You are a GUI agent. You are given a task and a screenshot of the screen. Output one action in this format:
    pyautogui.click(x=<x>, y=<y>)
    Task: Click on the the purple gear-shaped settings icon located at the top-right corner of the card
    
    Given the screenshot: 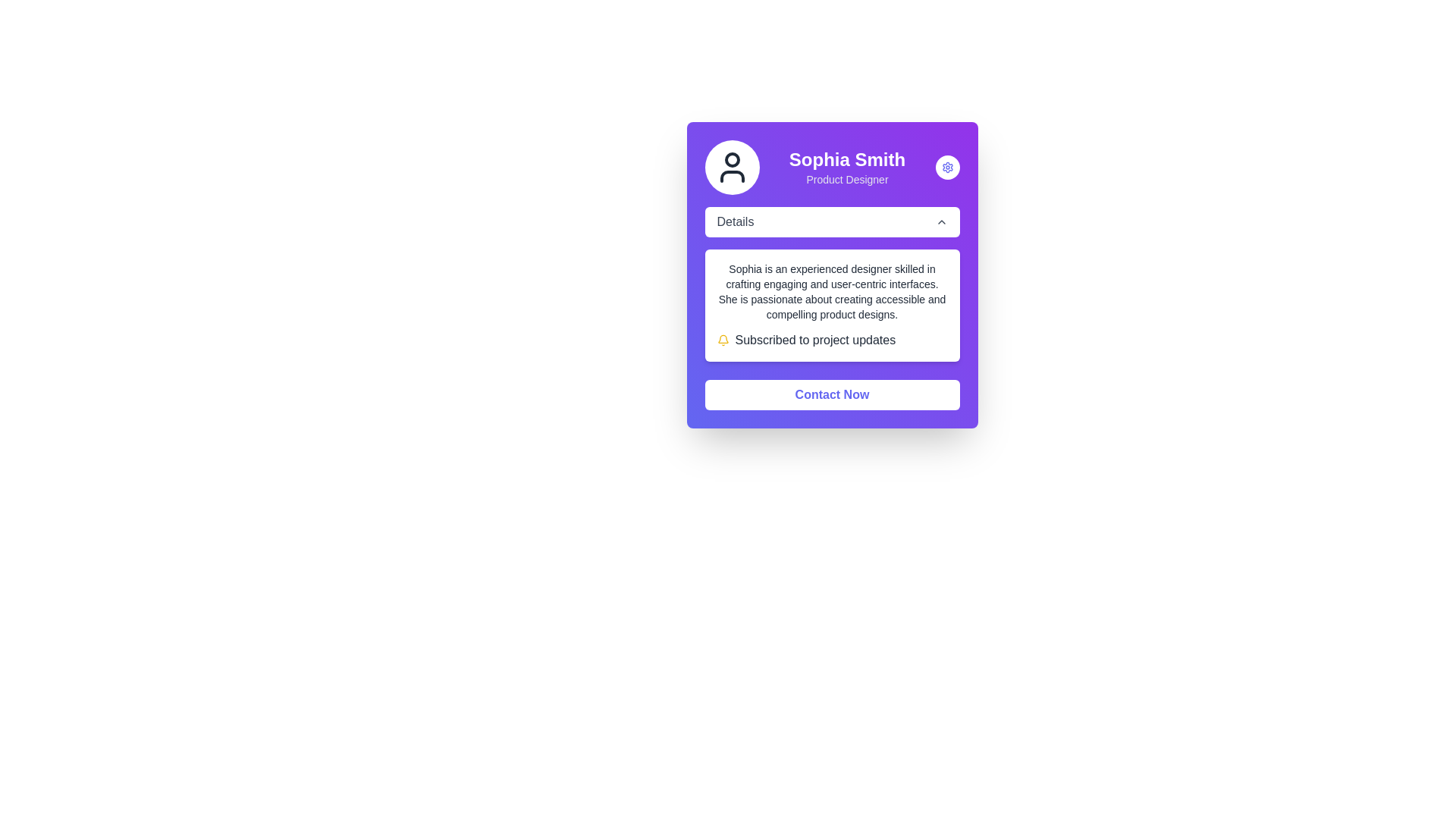 What is the action you would take?
    pyautogui.click(x=946, y=167)
    